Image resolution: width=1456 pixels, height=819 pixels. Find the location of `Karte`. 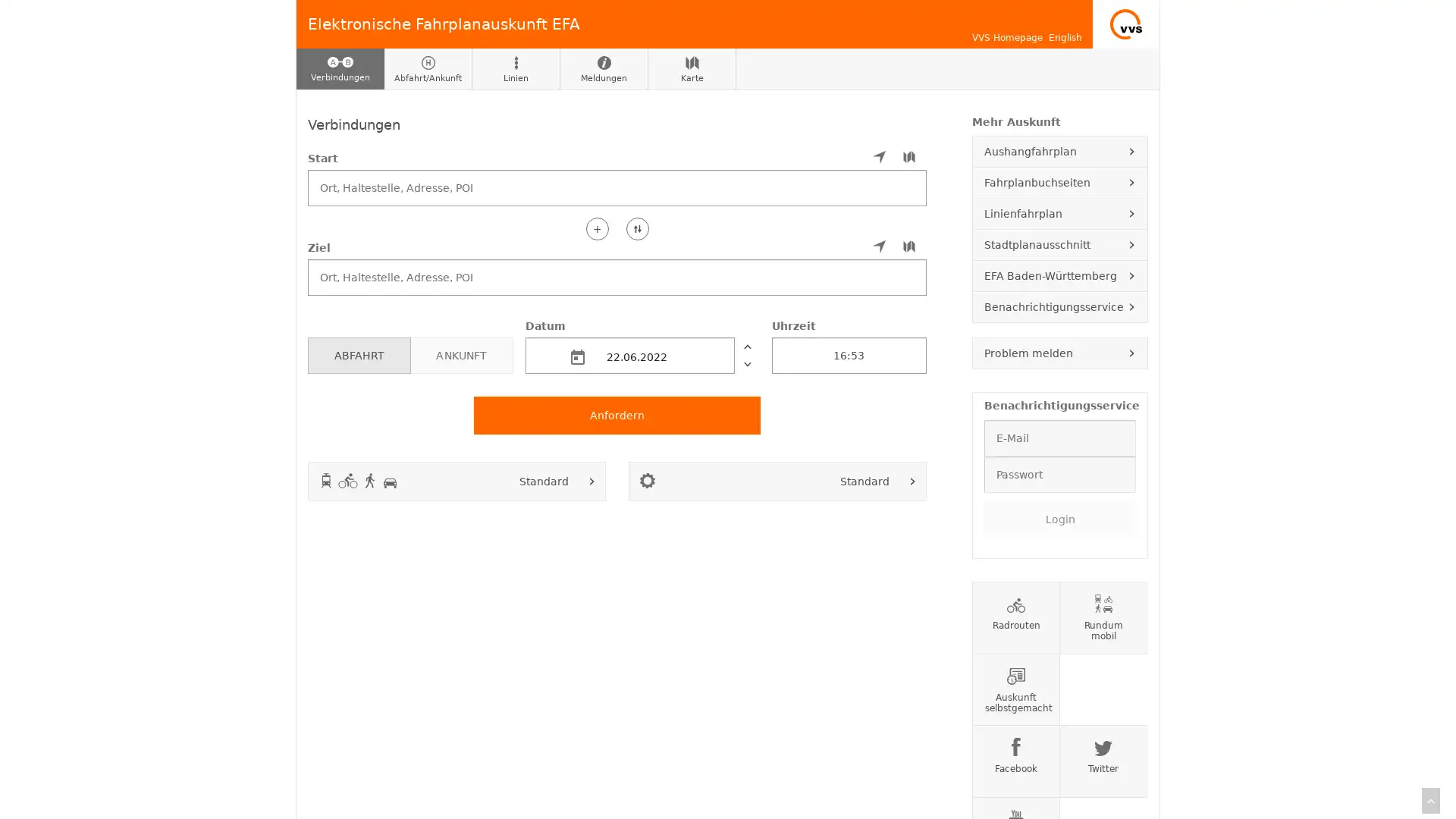

Karte is located at coordinates (691, 69).